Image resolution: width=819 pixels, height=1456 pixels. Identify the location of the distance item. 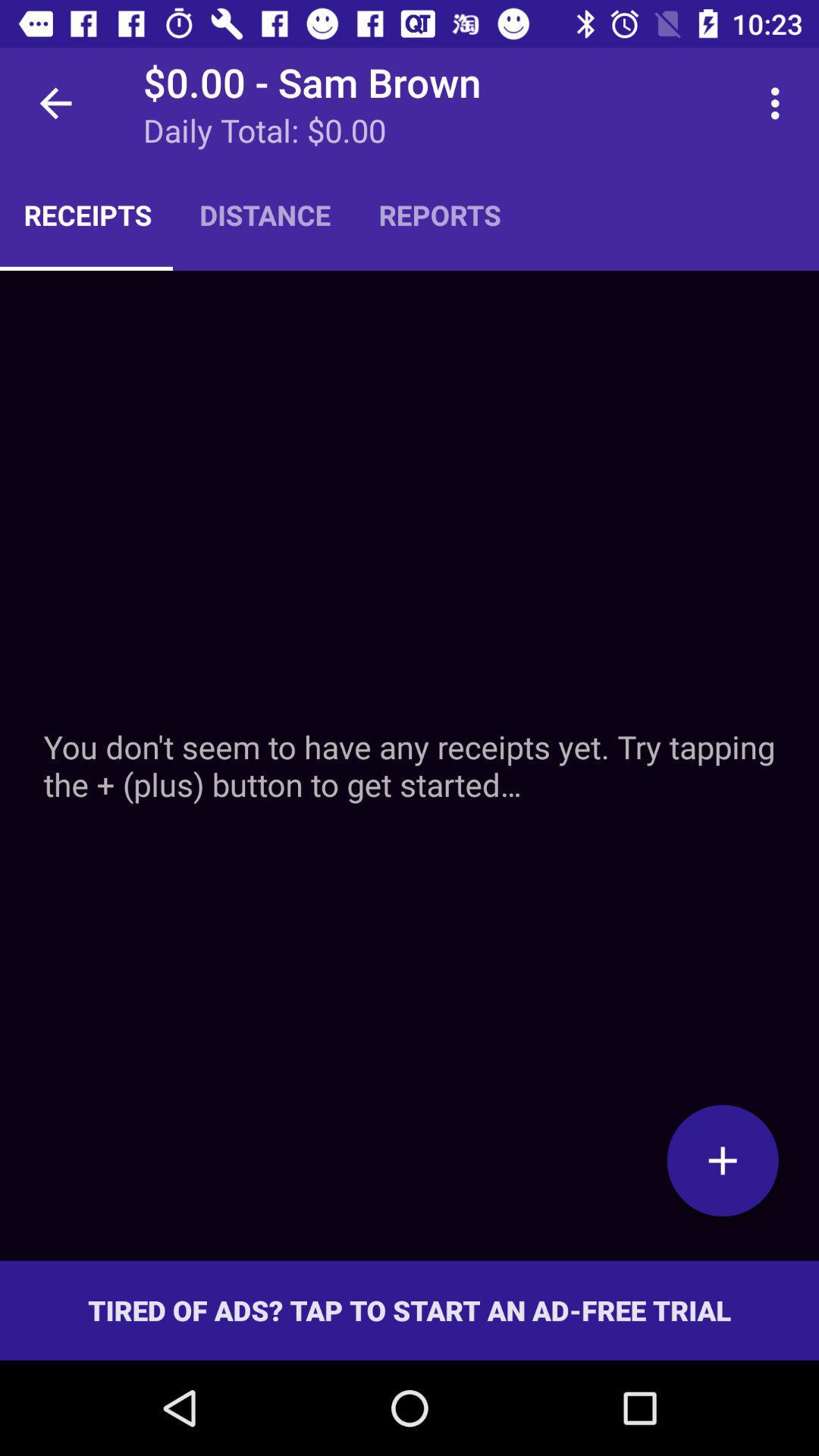
(264, 214).